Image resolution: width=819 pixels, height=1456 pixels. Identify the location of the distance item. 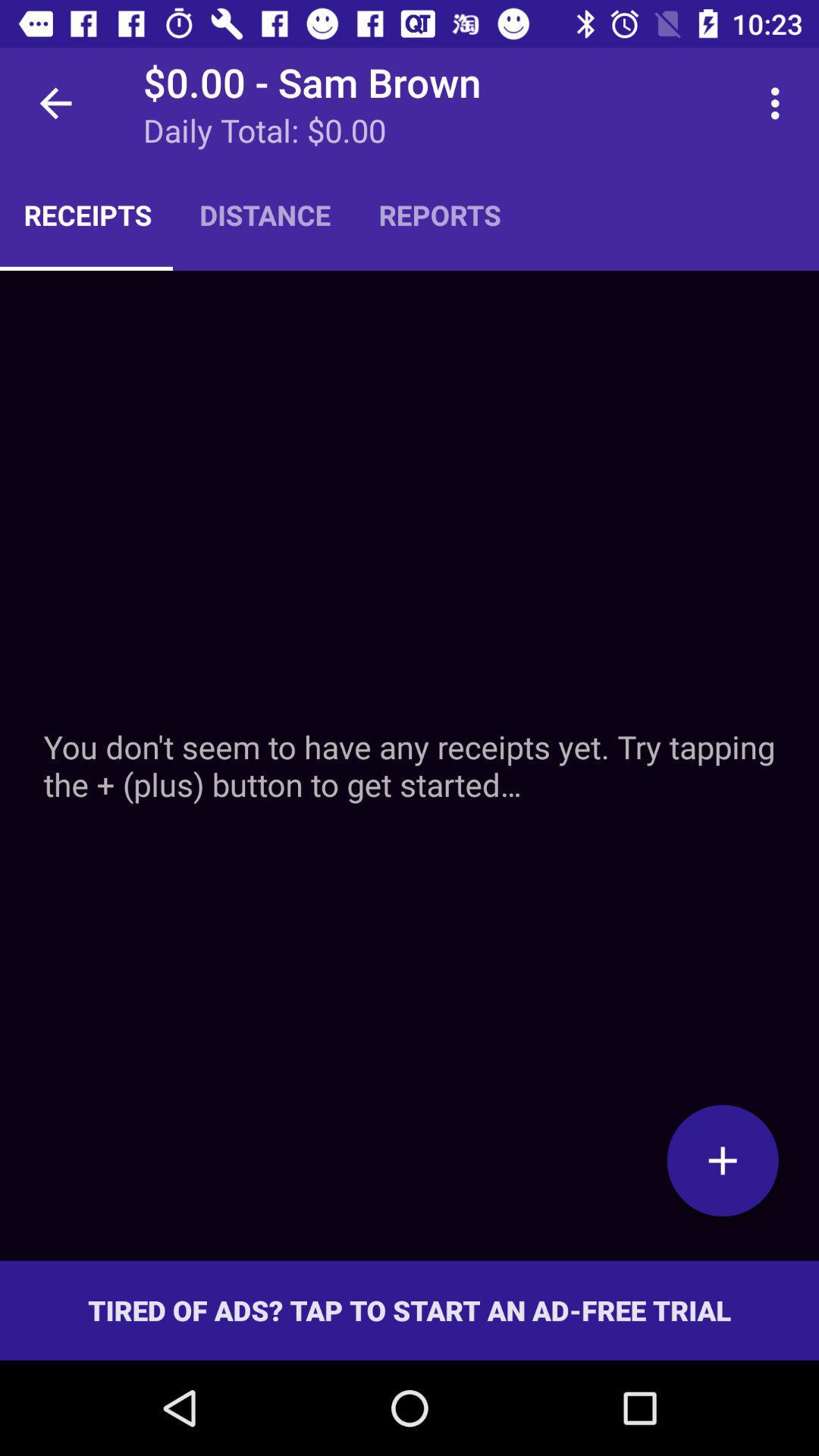
(264, 214).